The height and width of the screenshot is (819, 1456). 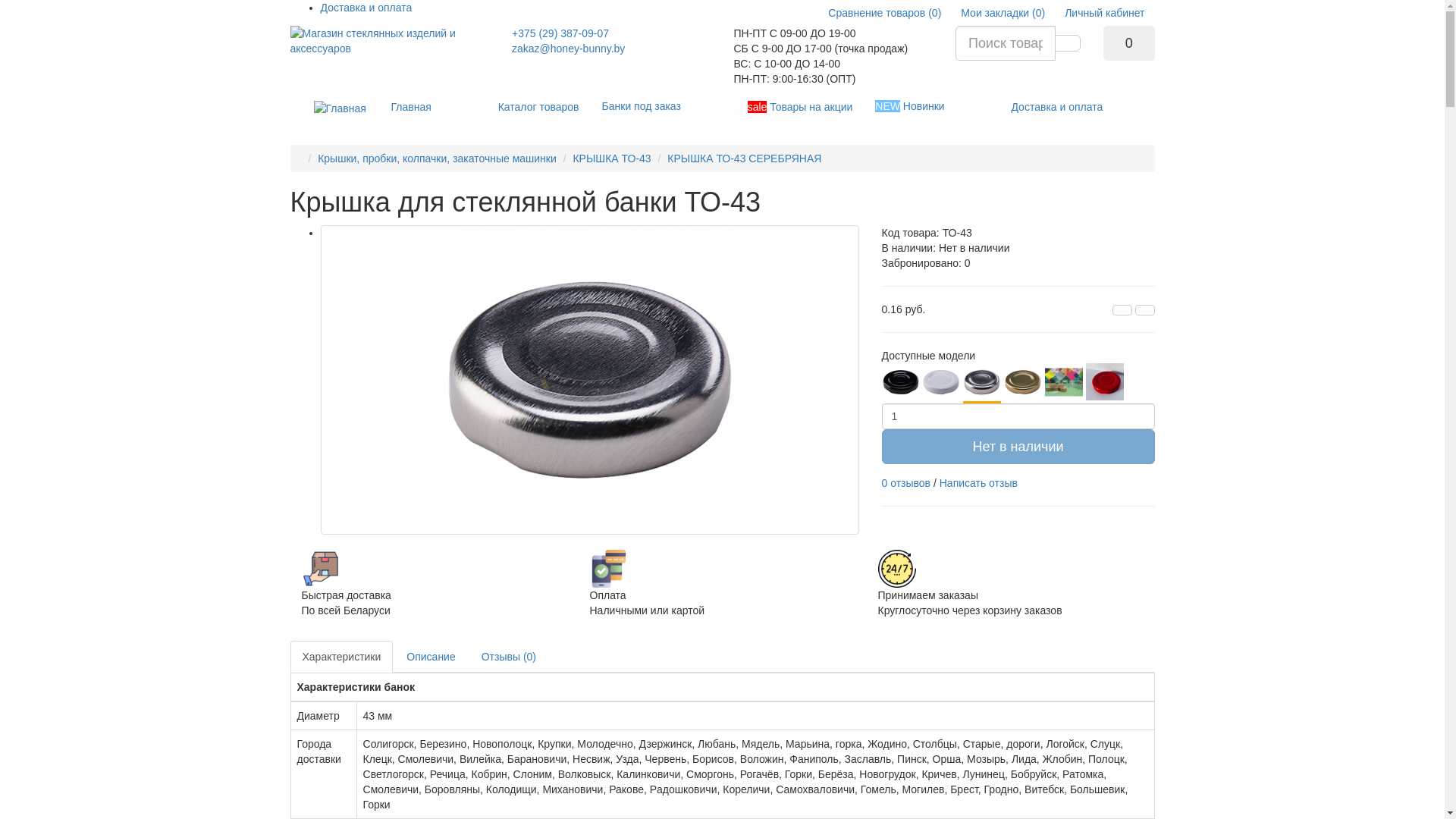 What do you see at coordinates (560, 33) in the screenshot?
I see `'+375 (29) 387-09-07'` at bounding box center [560, 33].